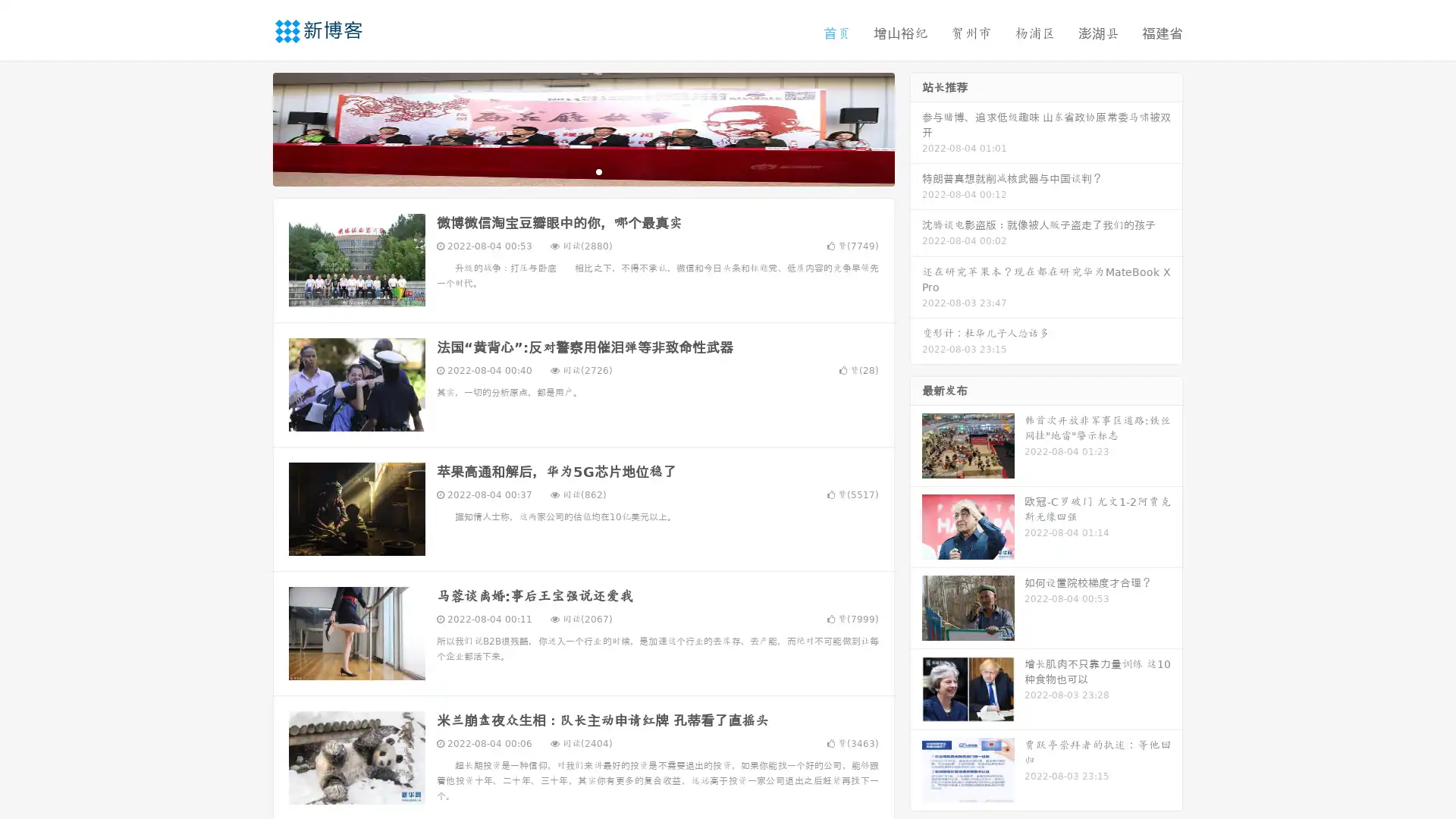 The width and height of the screenshot is (1456, 819). I want to click on Go to slide 2, so click(582, 171).